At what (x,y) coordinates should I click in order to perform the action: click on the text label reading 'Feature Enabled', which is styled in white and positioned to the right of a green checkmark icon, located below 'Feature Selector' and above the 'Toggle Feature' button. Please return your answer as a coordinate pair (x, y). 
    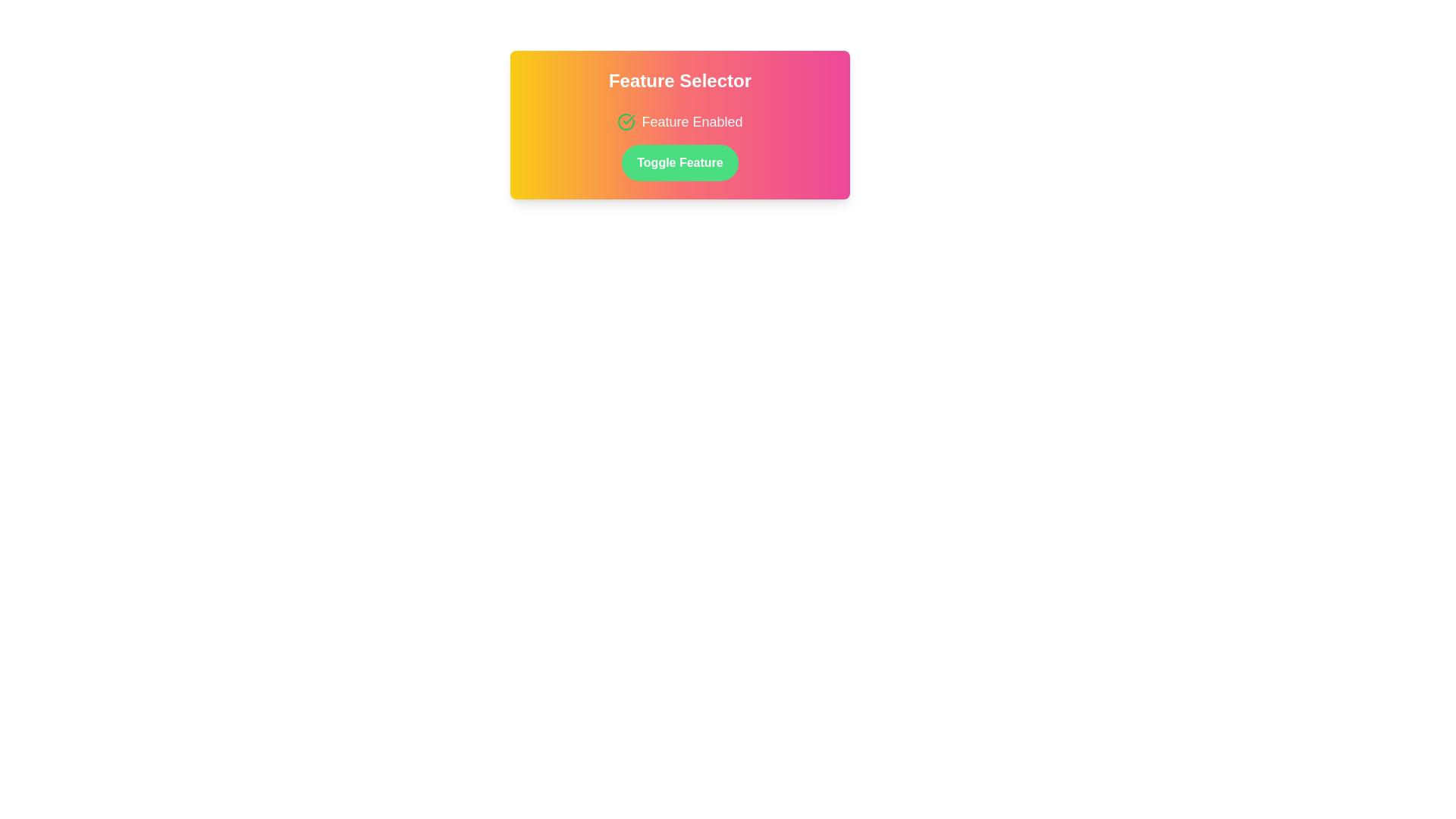
    Looking at the image, I should click on (691, 121).